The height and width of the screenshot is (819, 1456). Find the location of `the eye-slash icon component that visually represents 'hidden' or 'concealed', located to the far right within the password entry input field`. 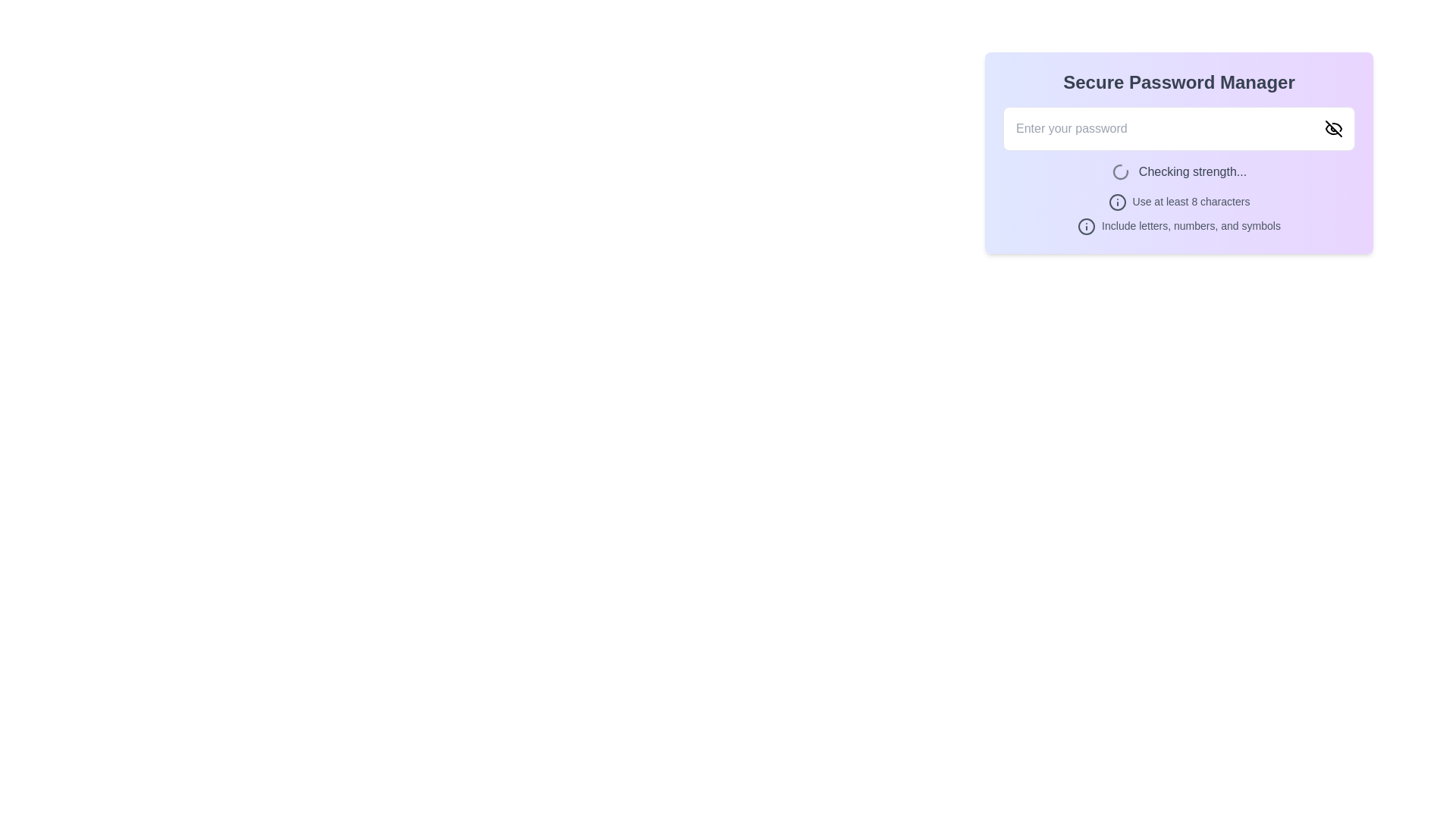

the eye-slash icon component that visually represents 'hidden' or 'concealed', located to the far right within the password entry input field is located at coordinates (1332, 127).